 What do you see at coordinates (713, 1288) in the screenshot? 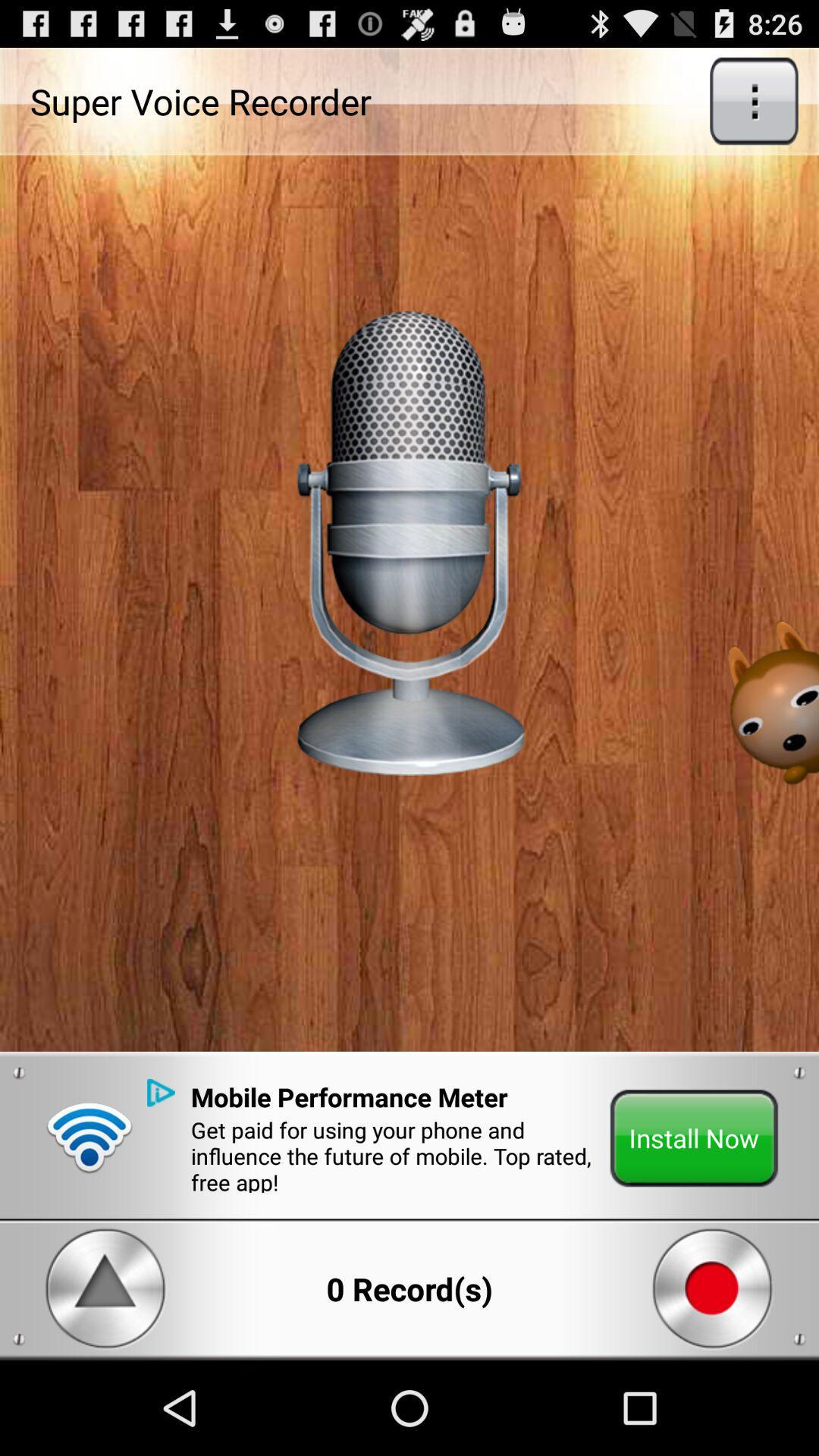
I see `the stop button from the bottom` at bounding box center [713, 1288].